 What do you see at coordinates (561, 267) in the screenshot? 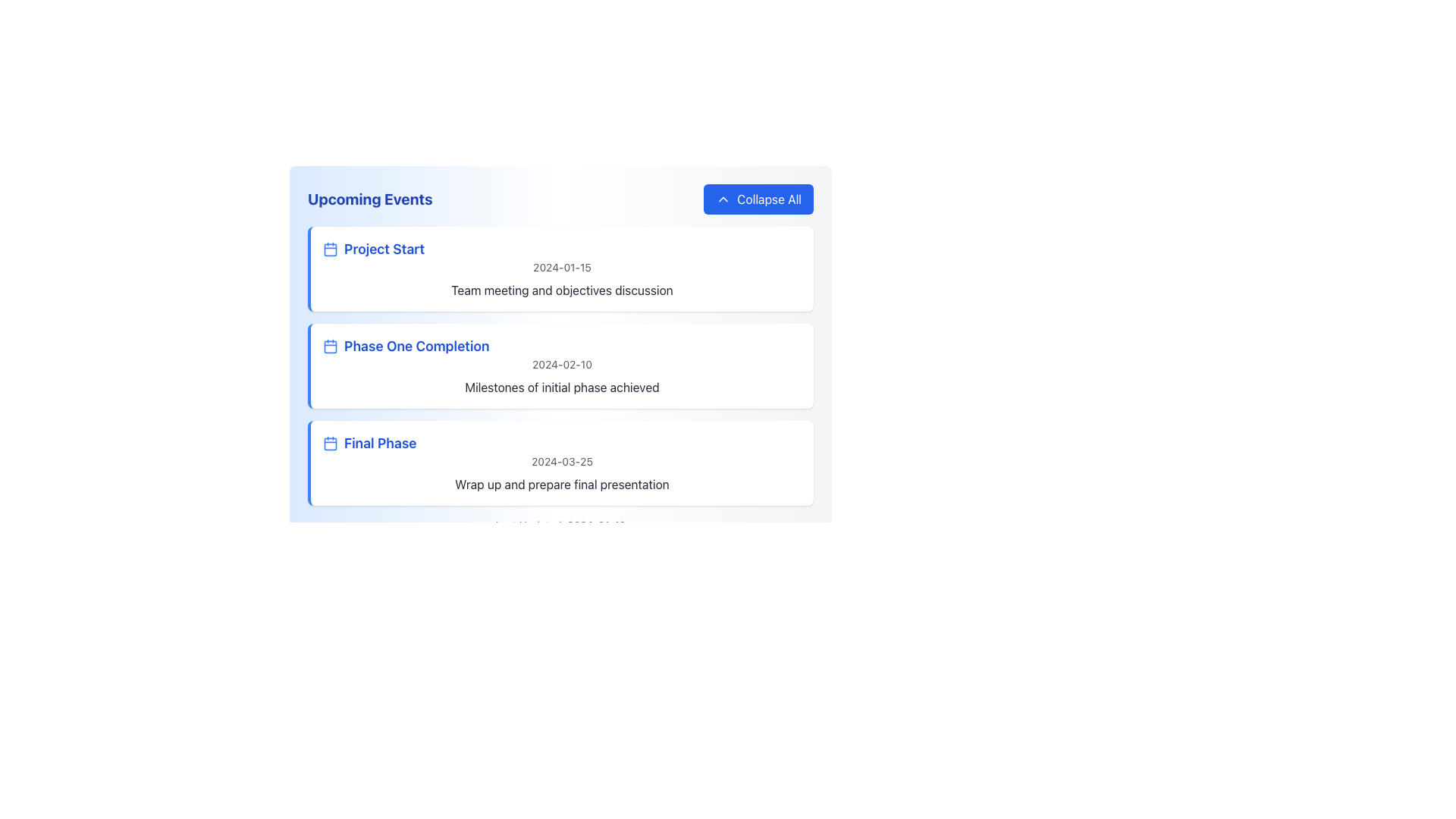
I see `the Text label displaying '2024-01-15', which is styled in gray and positioned beneath the 'Project Start' label` at bounding box center [561, 267].